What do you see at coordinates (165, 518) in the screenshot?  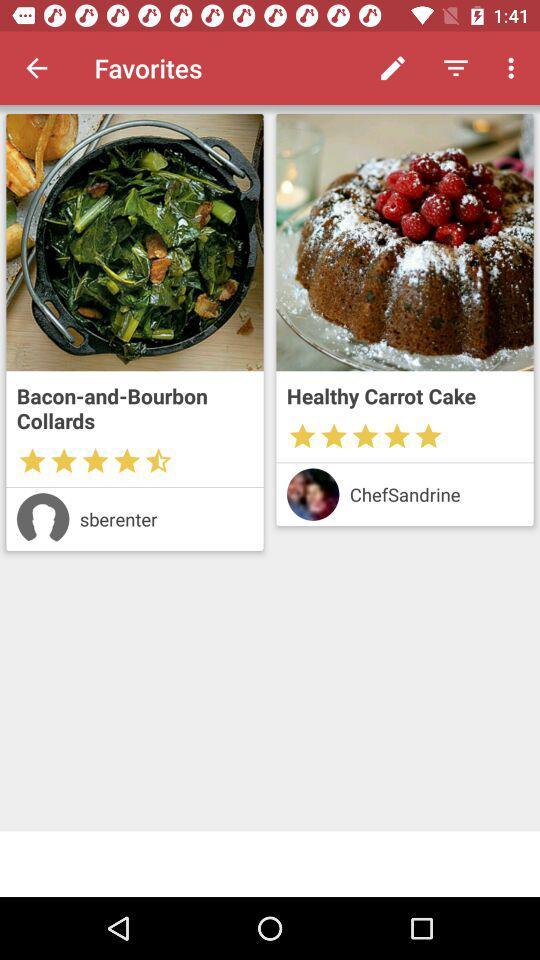 I see `the sberenter` at bounding box center [165, 518].